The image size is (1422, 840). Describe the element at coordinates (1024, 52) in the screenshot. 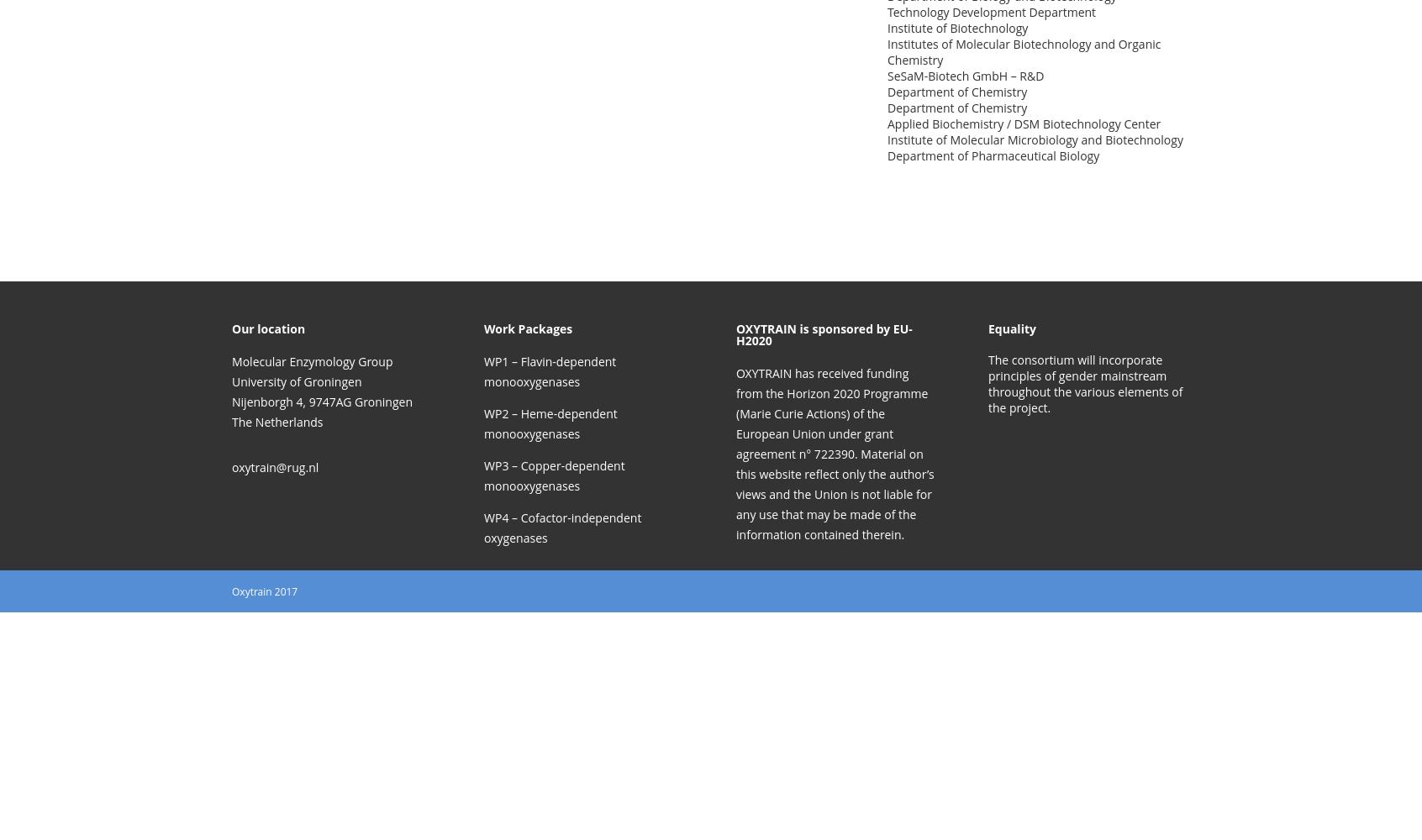

I see `'Institutes of Molecular Biotechnology and Organic Chemistry'` at that location.